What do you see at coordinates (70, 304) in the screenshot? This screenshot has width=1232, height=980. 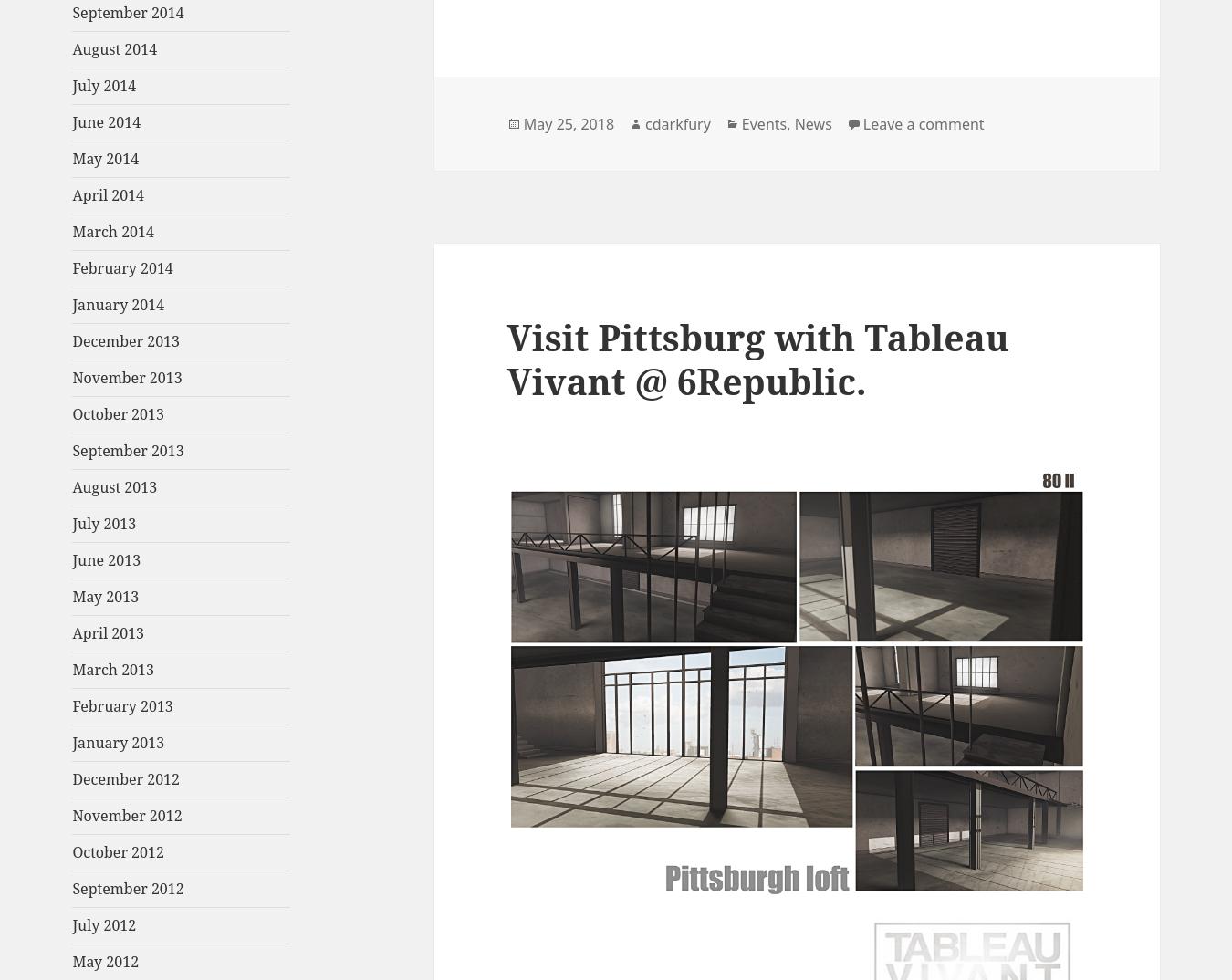 I see `'January 2014'` at bounding box center [70, 304].